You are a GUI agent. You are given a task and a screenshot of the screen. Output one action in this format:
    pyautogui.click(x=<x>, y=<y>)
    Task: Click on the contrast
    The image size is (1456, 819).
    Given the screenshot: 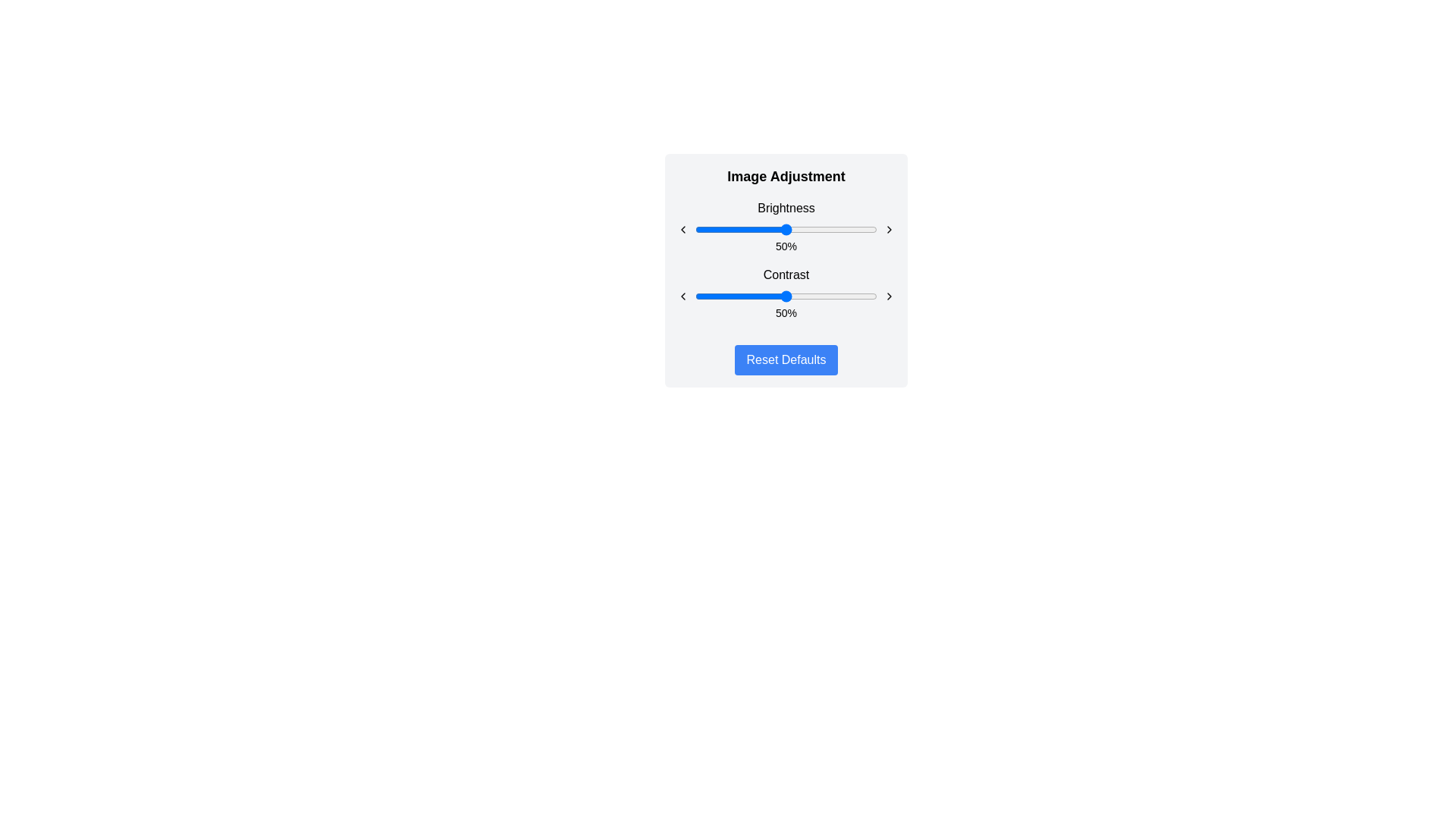 What is the action you would take?
    pyautogui.click(x=805, y=296)
    